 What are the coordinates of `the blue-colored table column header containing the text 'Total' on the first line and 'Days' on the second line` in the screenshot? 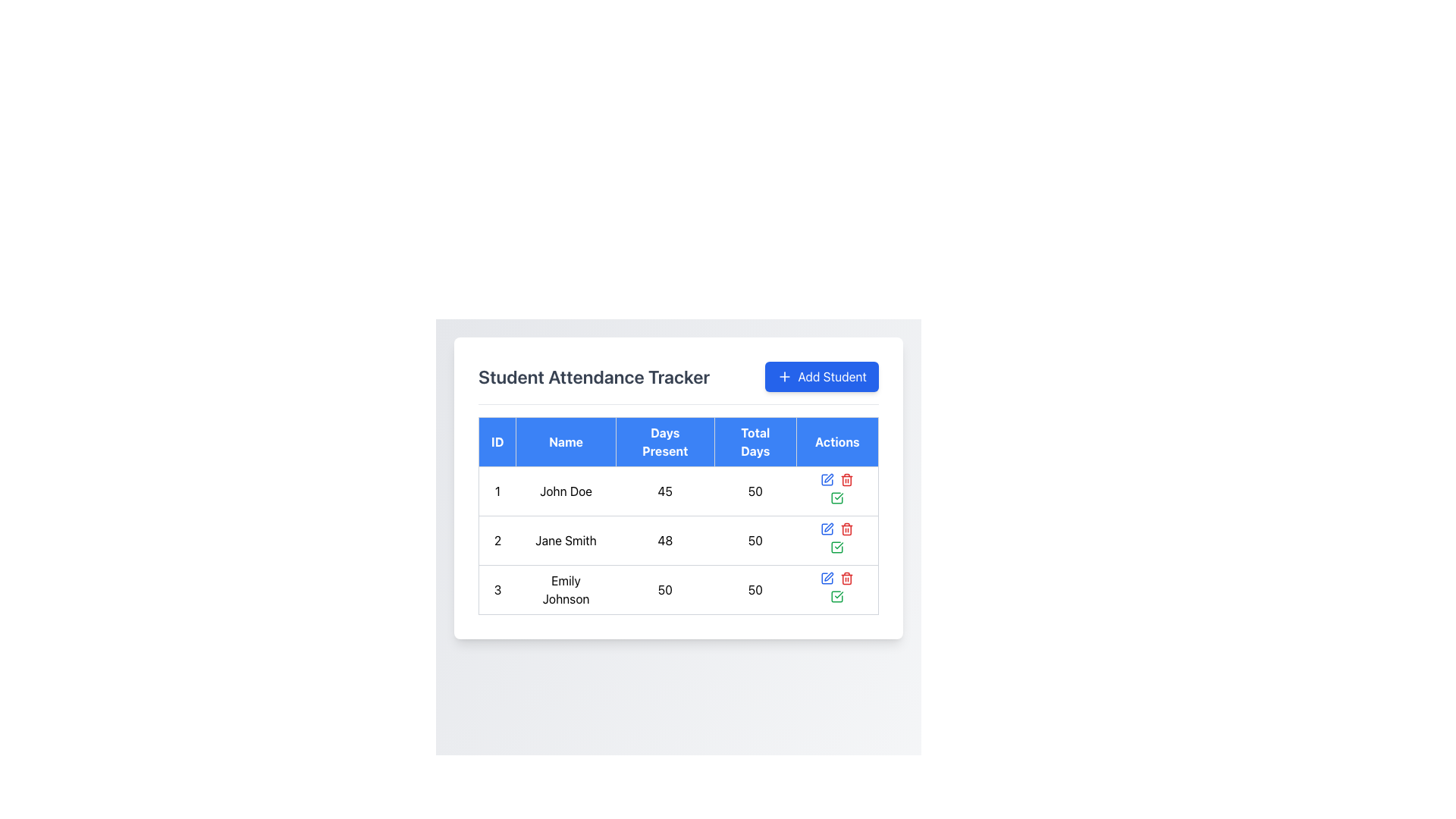 It's located at (755, 441).